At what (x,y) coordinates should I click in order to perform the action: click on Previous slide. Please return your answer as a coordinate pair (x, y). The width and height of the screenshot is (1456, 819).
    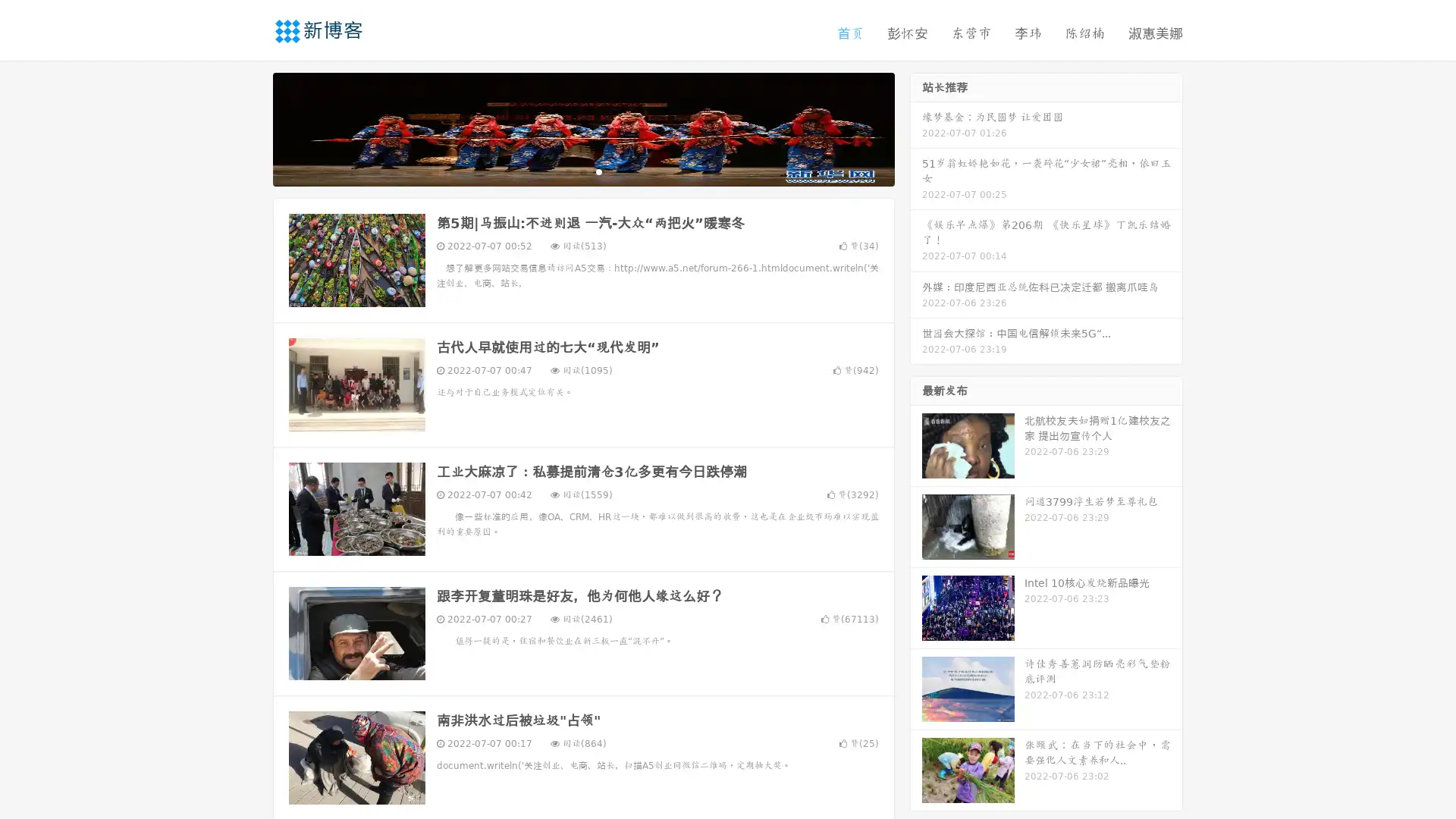
    Looking at the image, I should click on (250, 127).